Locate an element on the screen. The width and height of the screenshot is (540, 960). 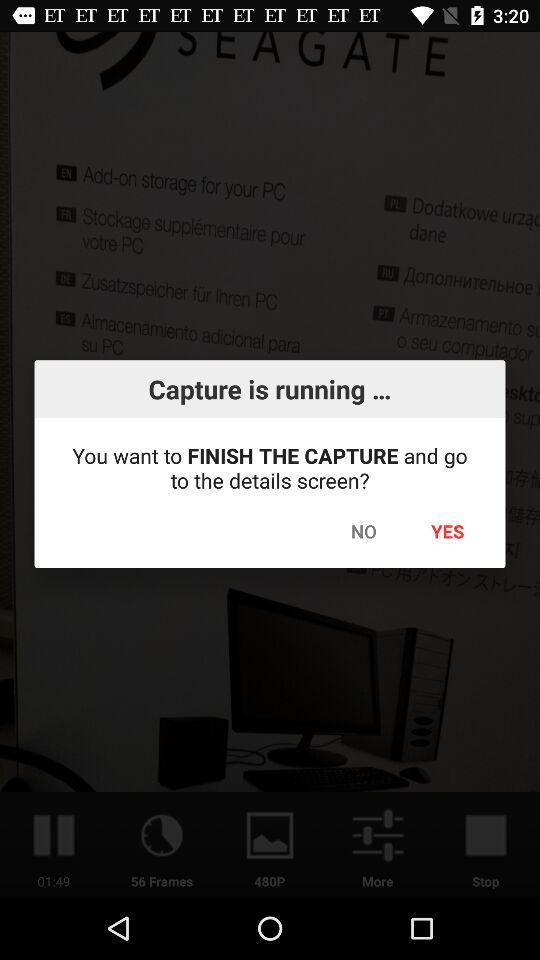
the star icon is located at coordinates (441, 257).